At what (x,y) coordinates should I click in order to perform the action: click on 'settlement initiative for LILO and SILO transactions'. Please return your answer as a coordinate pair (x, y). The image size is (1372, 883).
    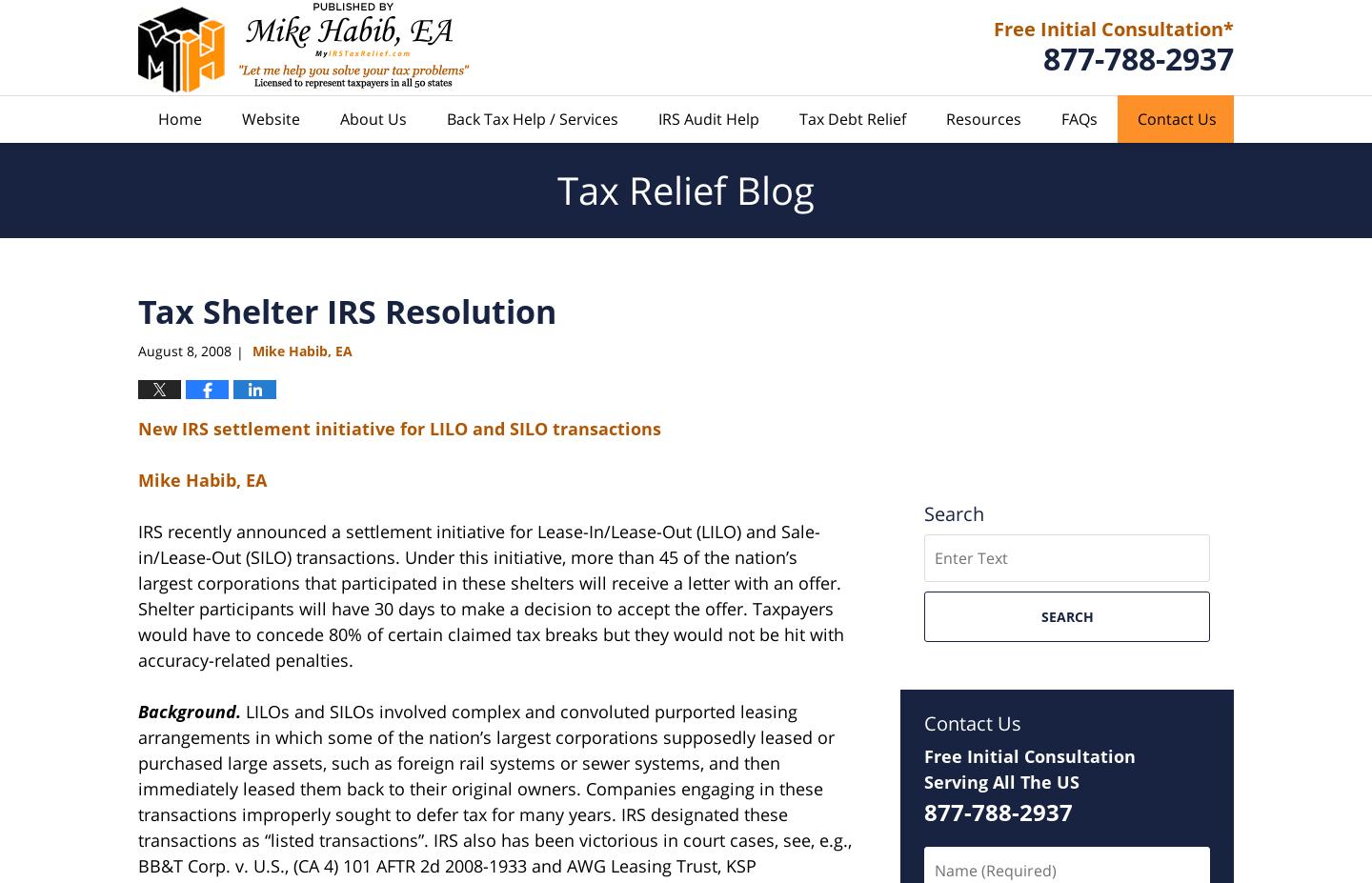
    Looking at the image, I should click on (436, 427).